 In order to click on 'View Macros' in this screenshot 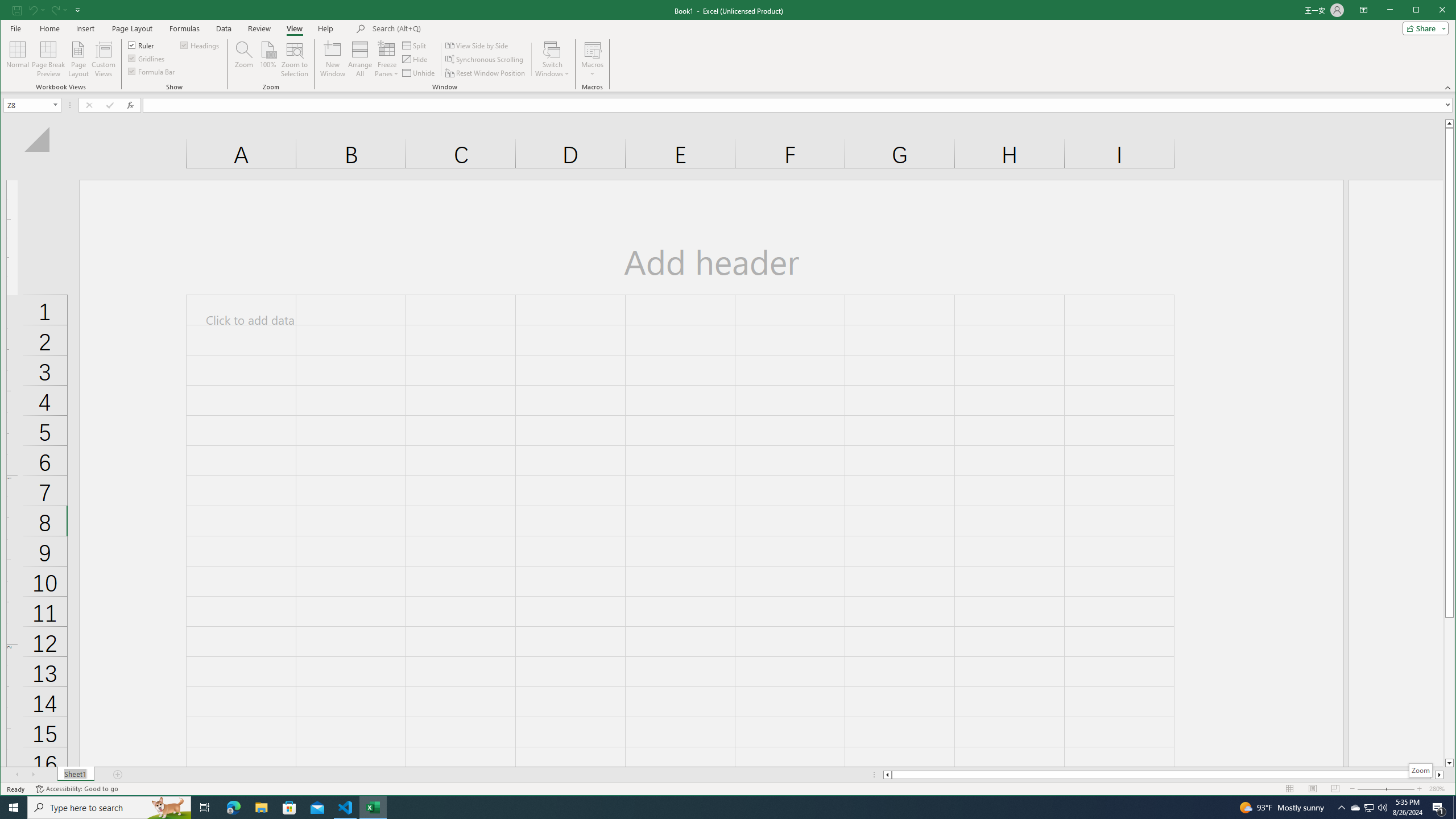, I will do `click(591, 48)`.